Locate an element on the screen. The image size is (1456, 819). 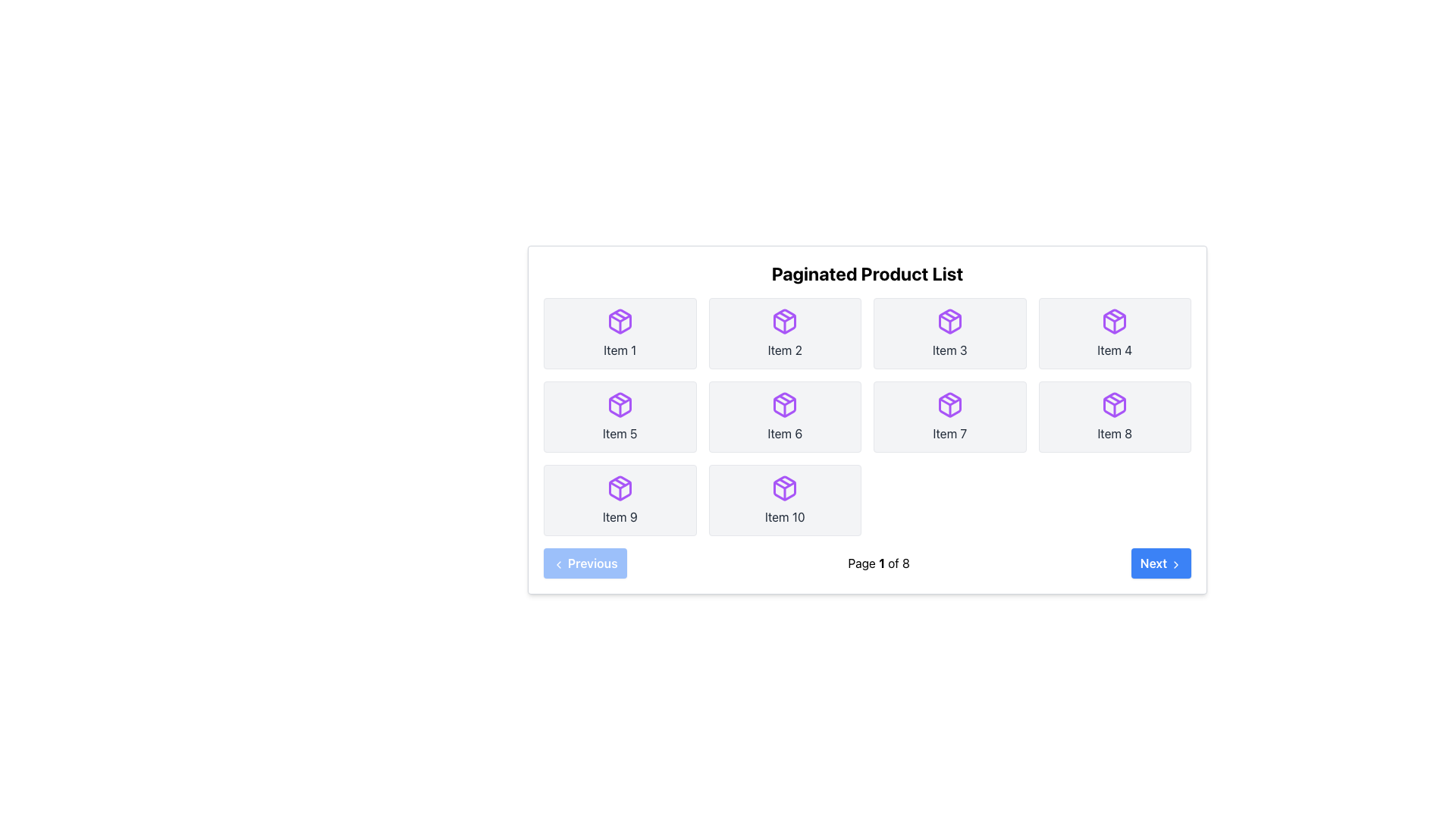
the purple polygonal graphic forming a downward arrow shape, which is part of the SVG icon in the fifth item of the paginated product list is located at coordinates (620, 401).